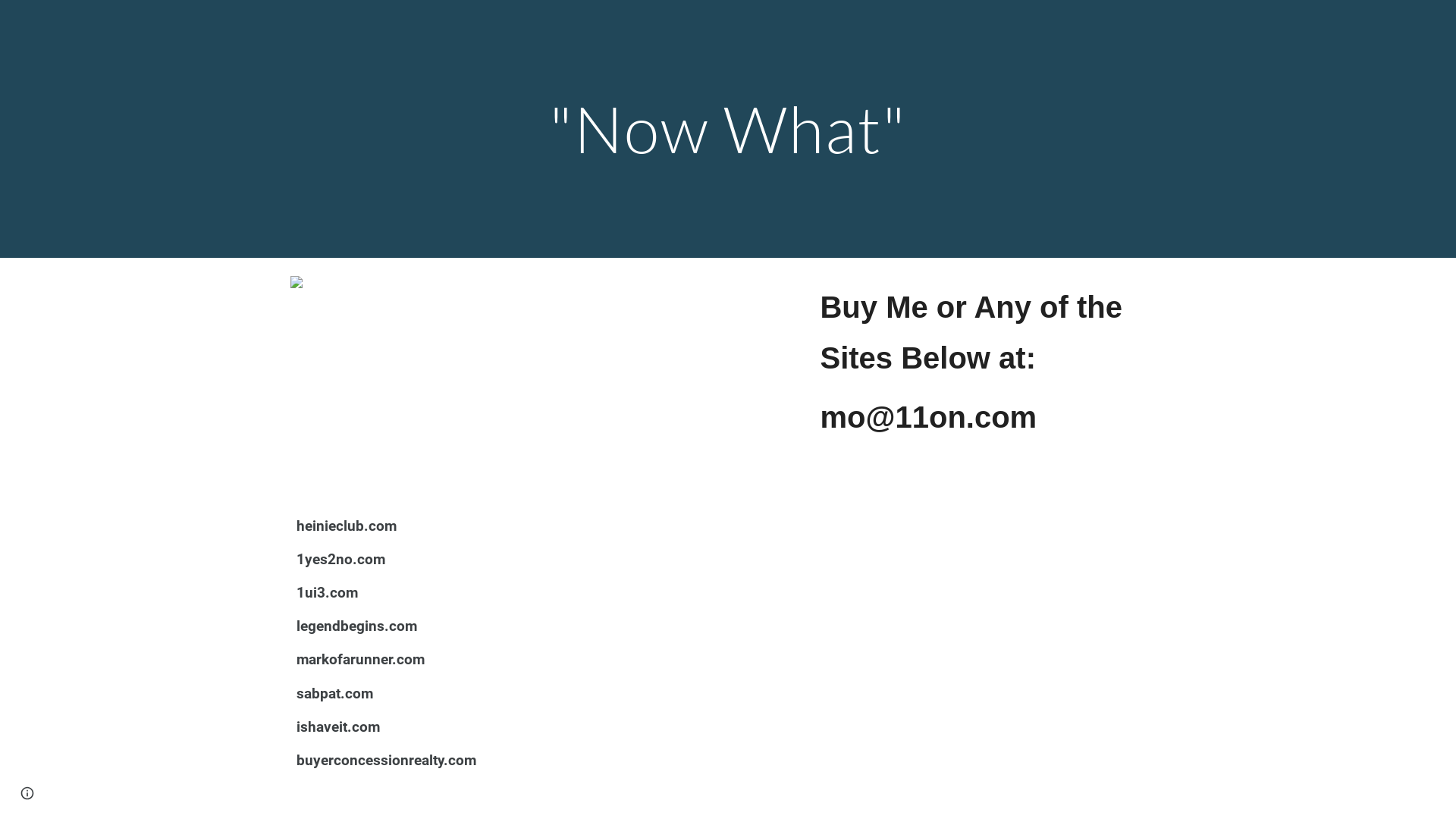 The image size is (1456, 819). I want to click on 'heinieclub.com', so click(296, 526).